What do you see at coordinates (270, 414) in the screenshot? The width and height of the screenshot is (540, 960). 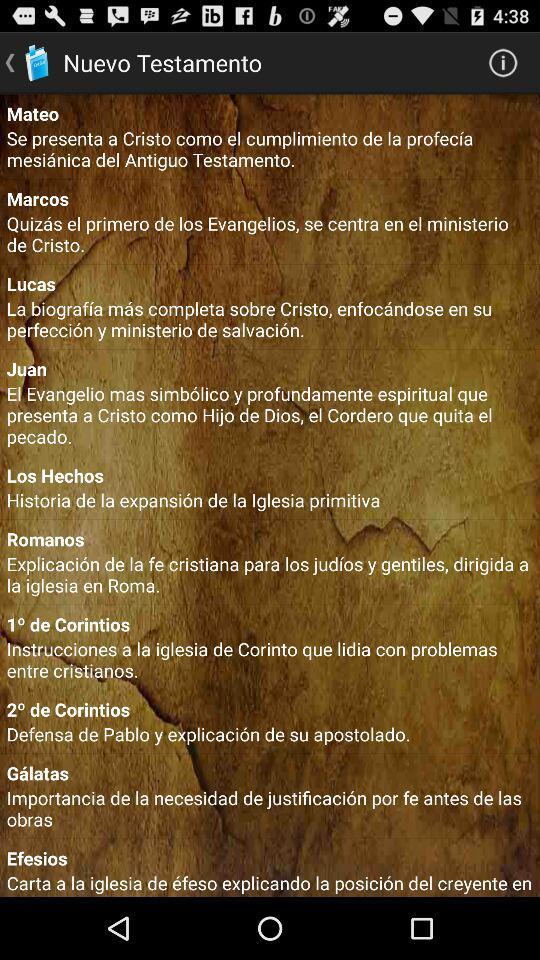 I see `el evangelio mas item` at bounding box center [270, 414].